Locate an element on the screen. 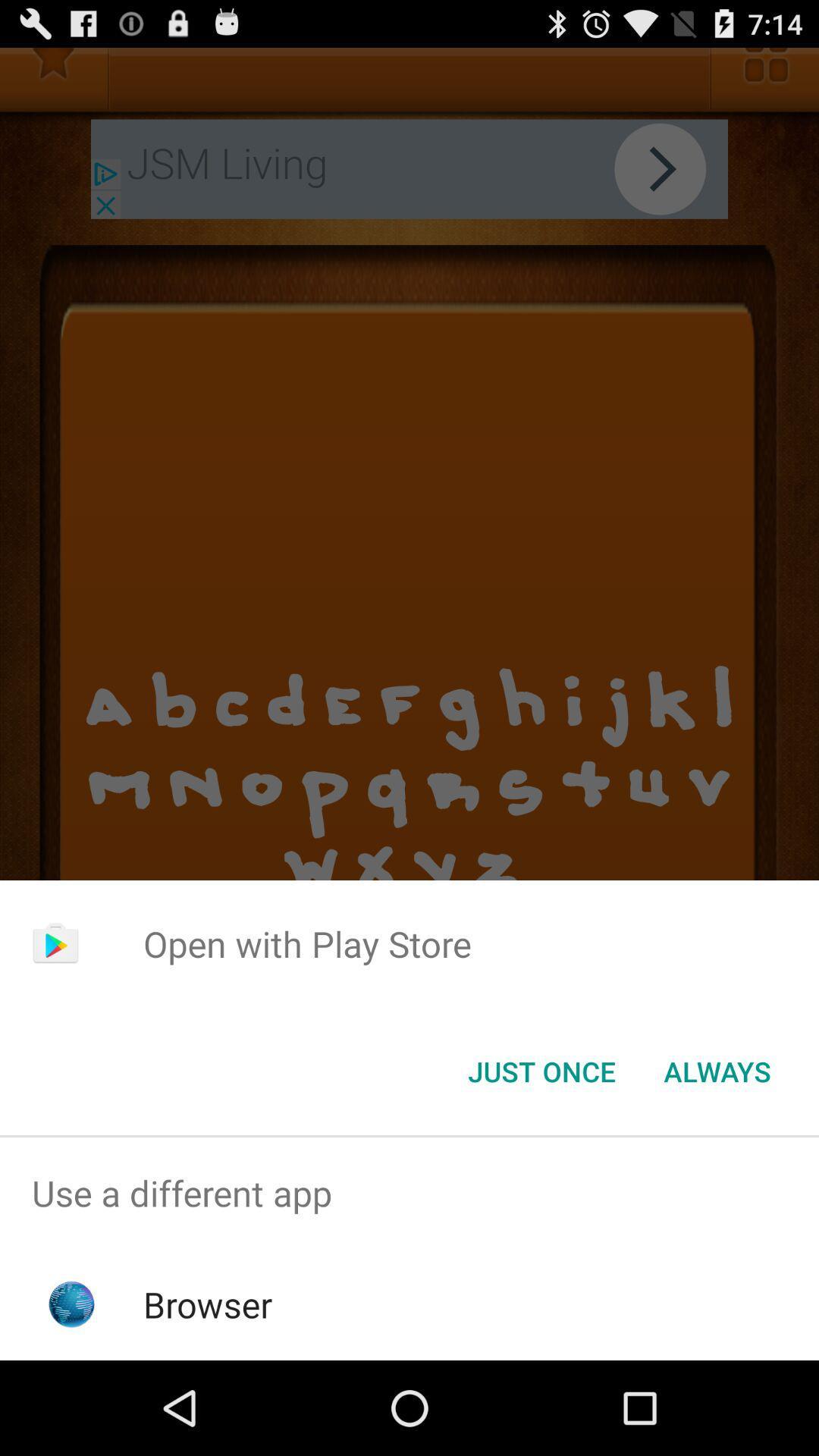 This screenshot has width=819, height=1456. the browser is located at coordinates (208, 1304).